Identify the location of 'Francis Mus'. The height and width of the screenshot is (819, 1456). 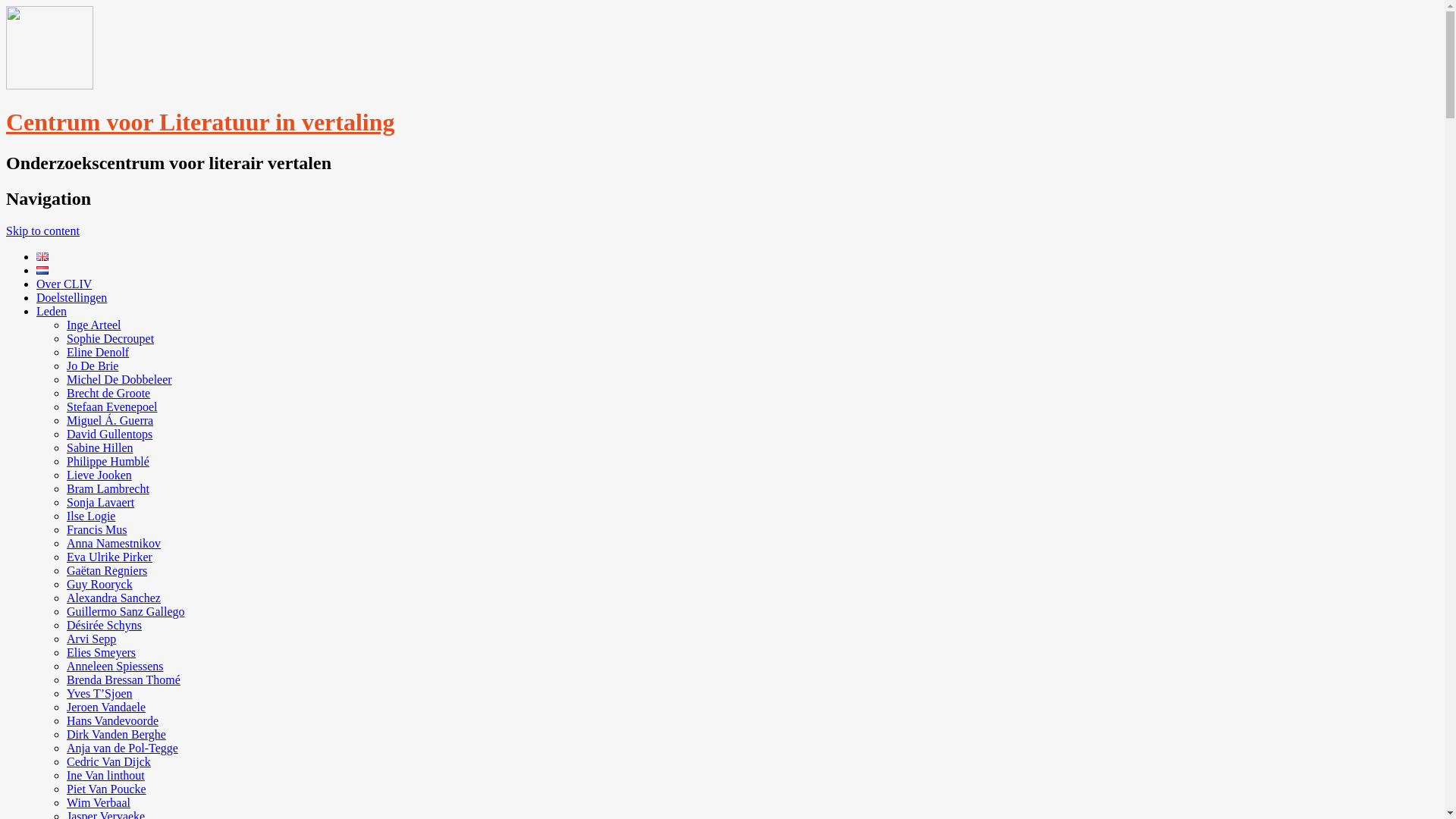
(96, 529).